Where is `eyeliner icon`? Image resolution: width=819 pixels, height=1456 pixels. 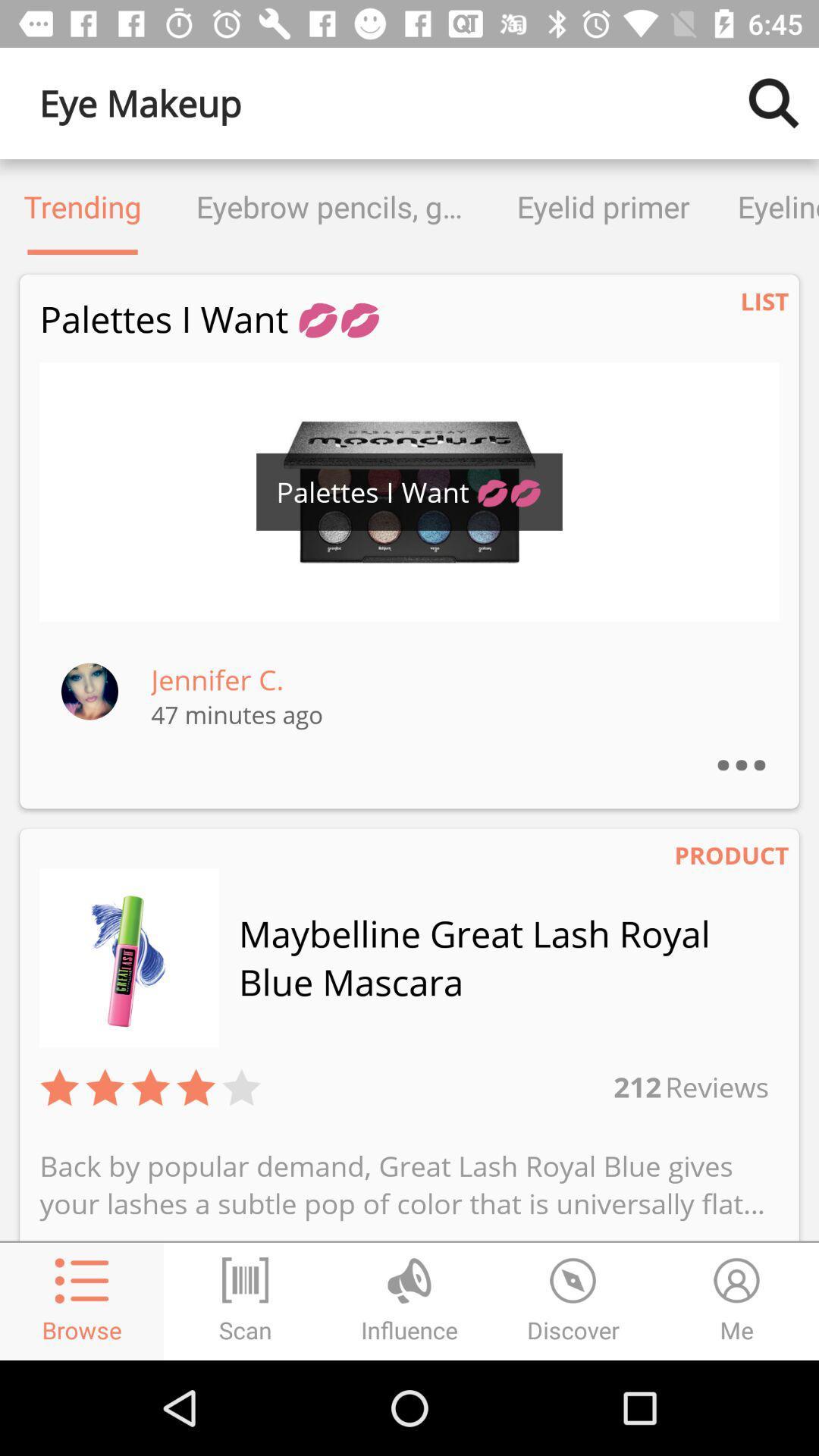 eyeliner icon is located at coordinates (766, 206).